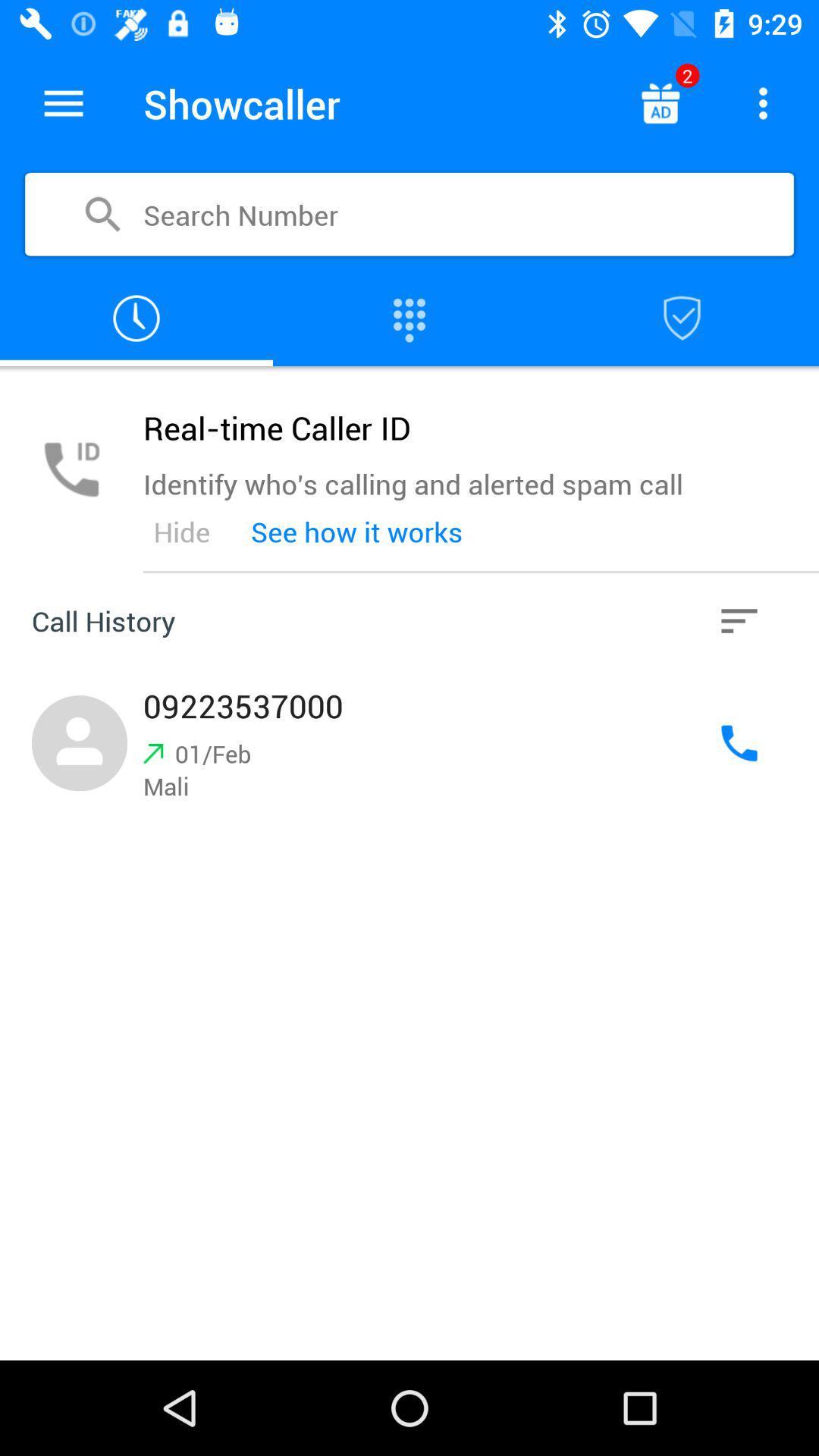 The image size is (819, 1456). What do you see at coordinates (739, 743) in the screenshot?
I see `call us` at bounding box center [739, 743].